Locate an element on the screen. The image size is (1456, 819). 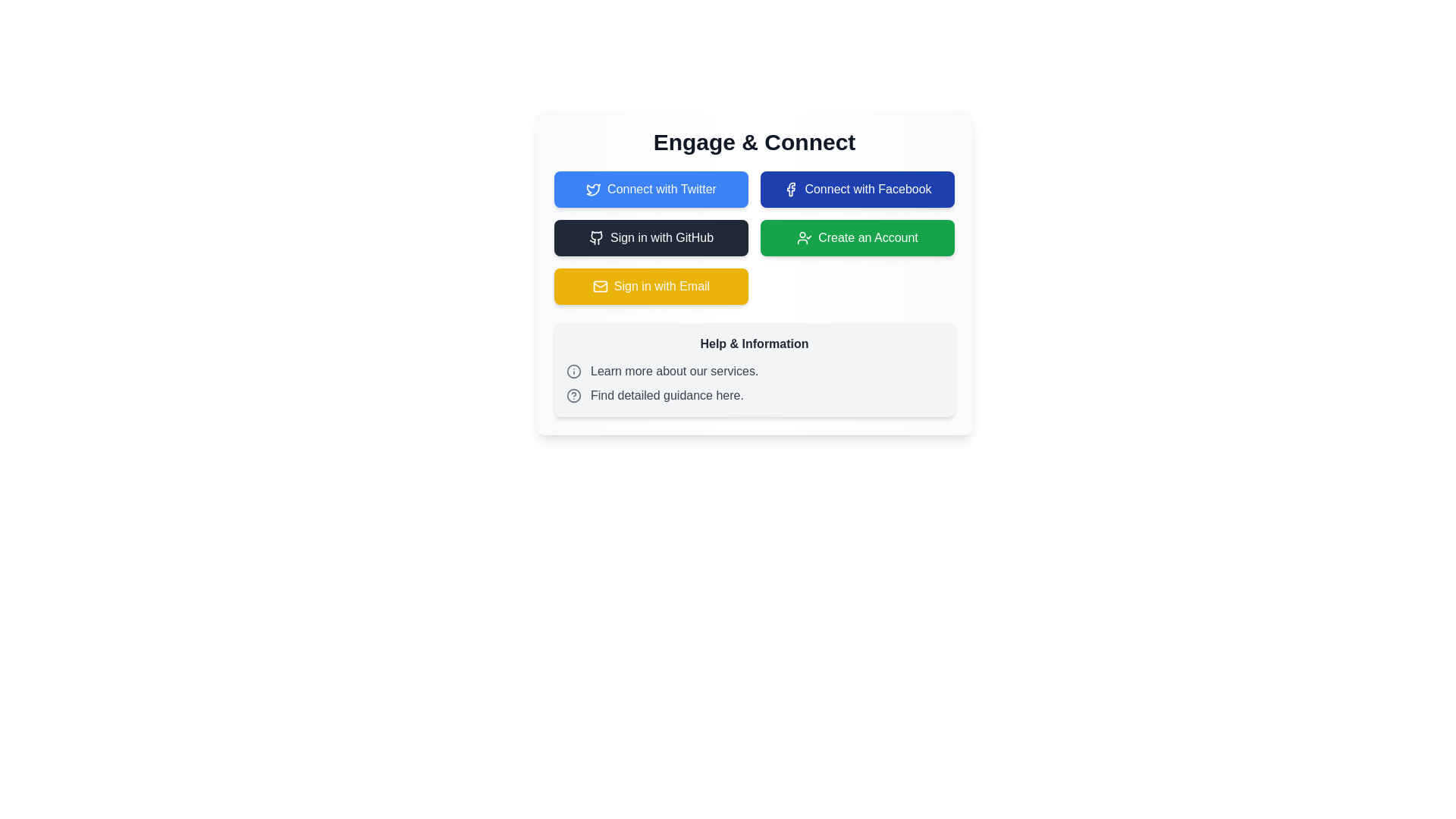
the small circular icon resembling an information symbol, which is located to the left of the text 'Learn more about our services.' in the 'Help & Information' section is located at coordinates (573, 371).